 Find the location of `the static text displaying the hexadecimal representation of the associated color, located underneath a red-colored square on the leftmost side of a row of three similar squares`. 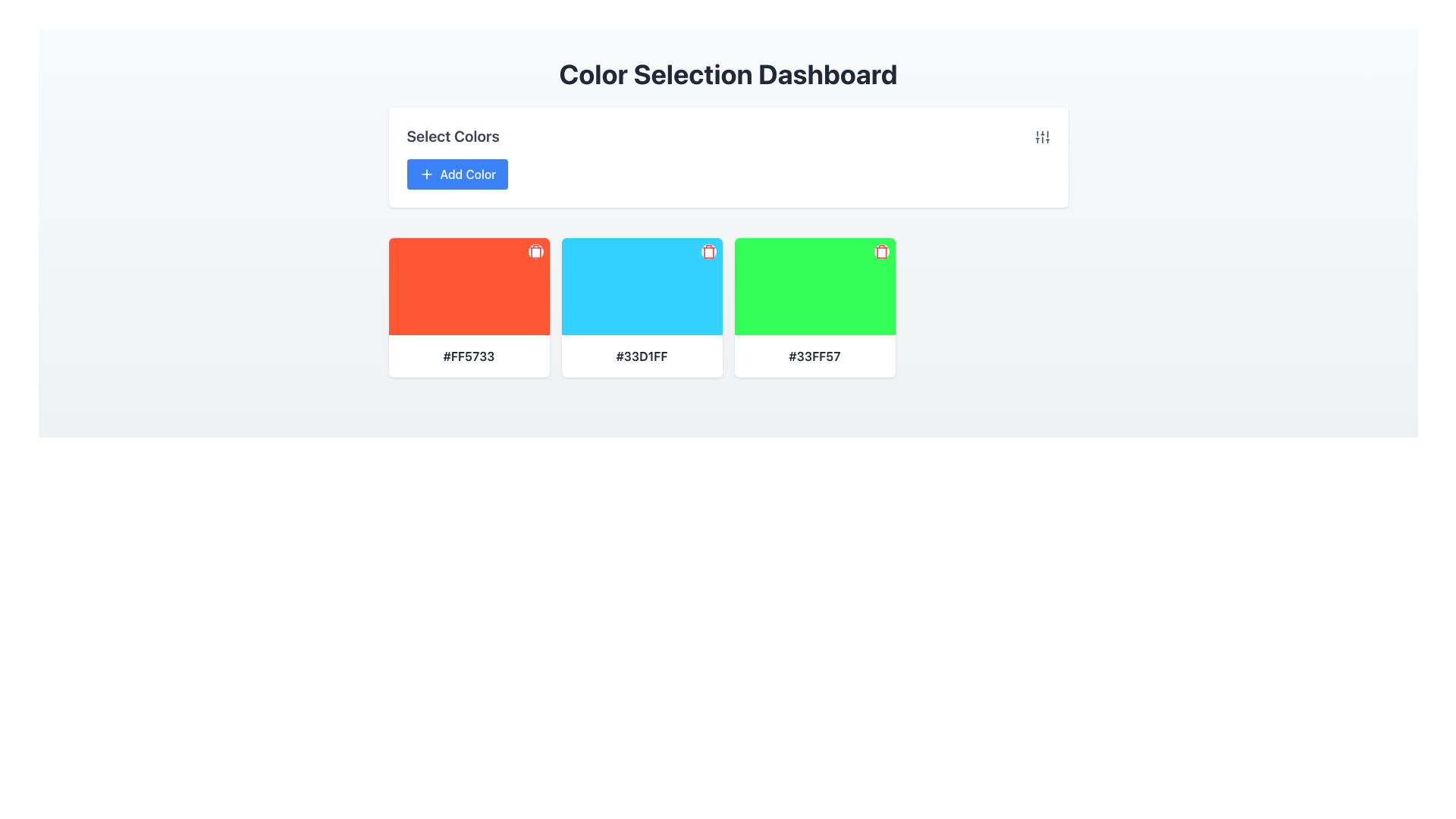

the static text displaying the hexadecimal representation of the associated color, located underneath a red-colored square on the leftmost side of a row of three similar squares is located at coordinates (468, 356).